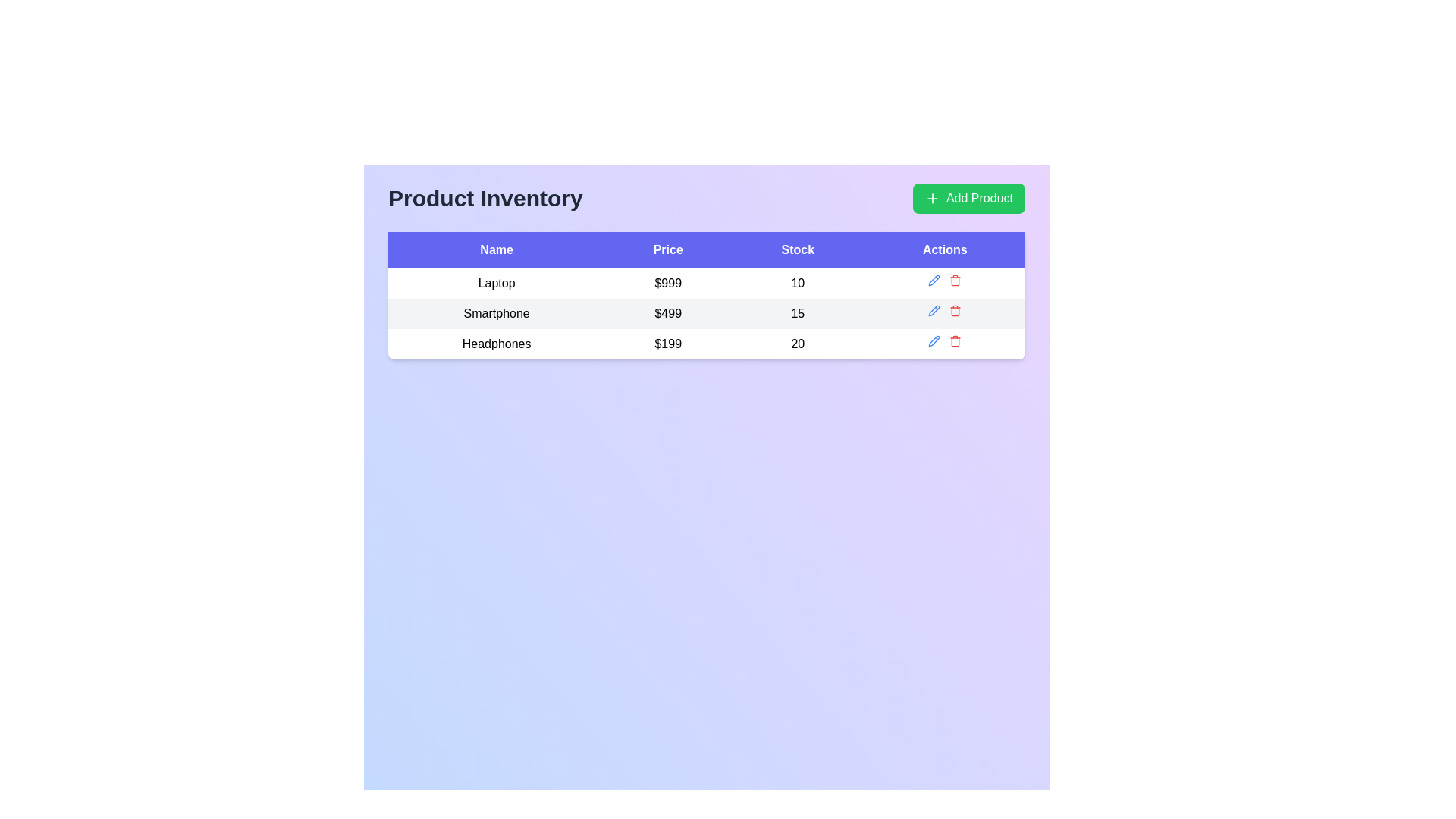  What do you see at coordinates (705, 284) in the screenshot?
I see `the first row of the inventory table` at bounding box center [705, 284].